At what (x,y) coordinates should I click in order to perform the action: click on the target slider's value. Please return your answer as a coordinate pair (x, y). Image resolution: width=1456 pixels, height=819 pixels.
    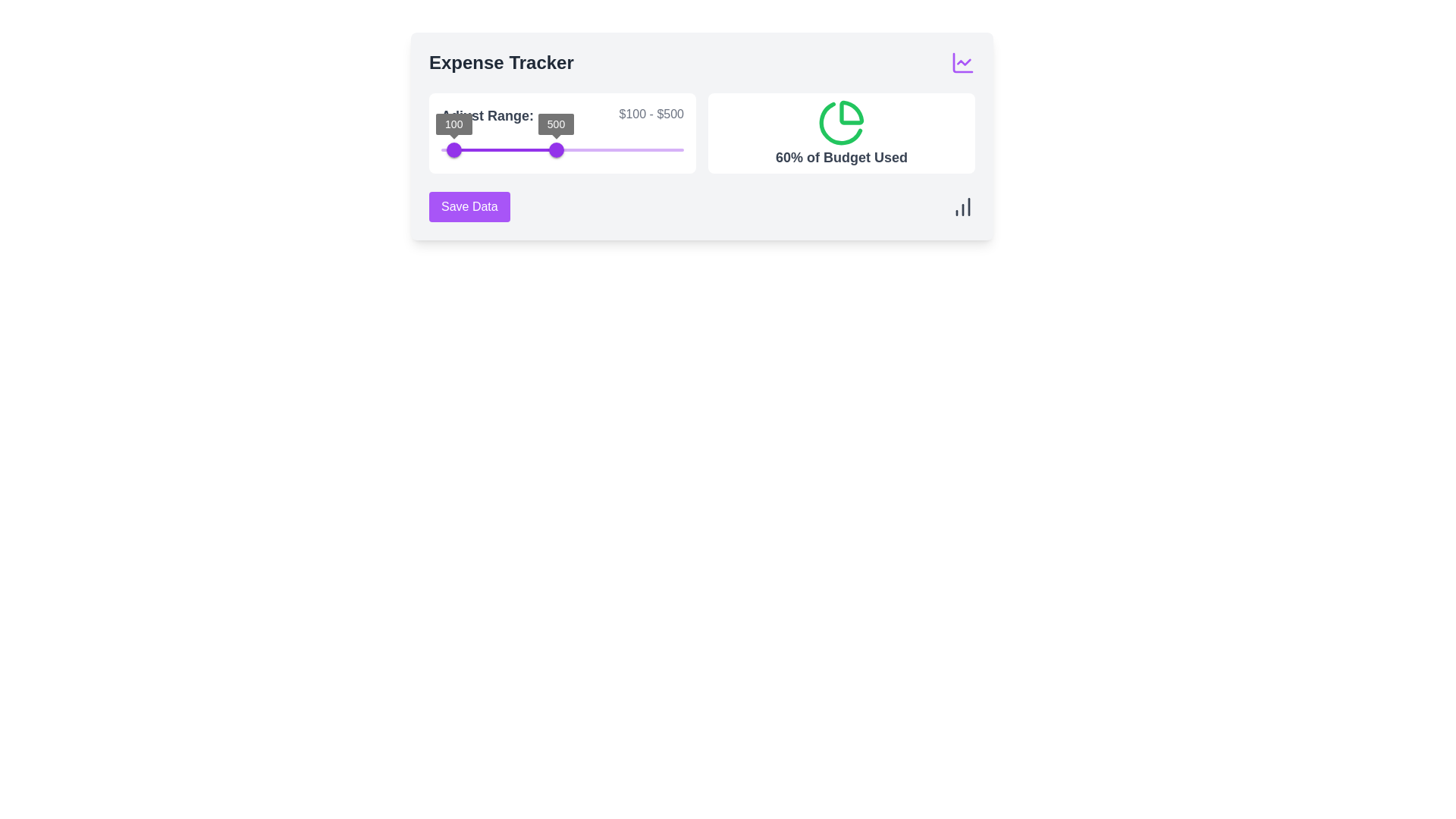
    Looking at the image, I should click on (519, 152).